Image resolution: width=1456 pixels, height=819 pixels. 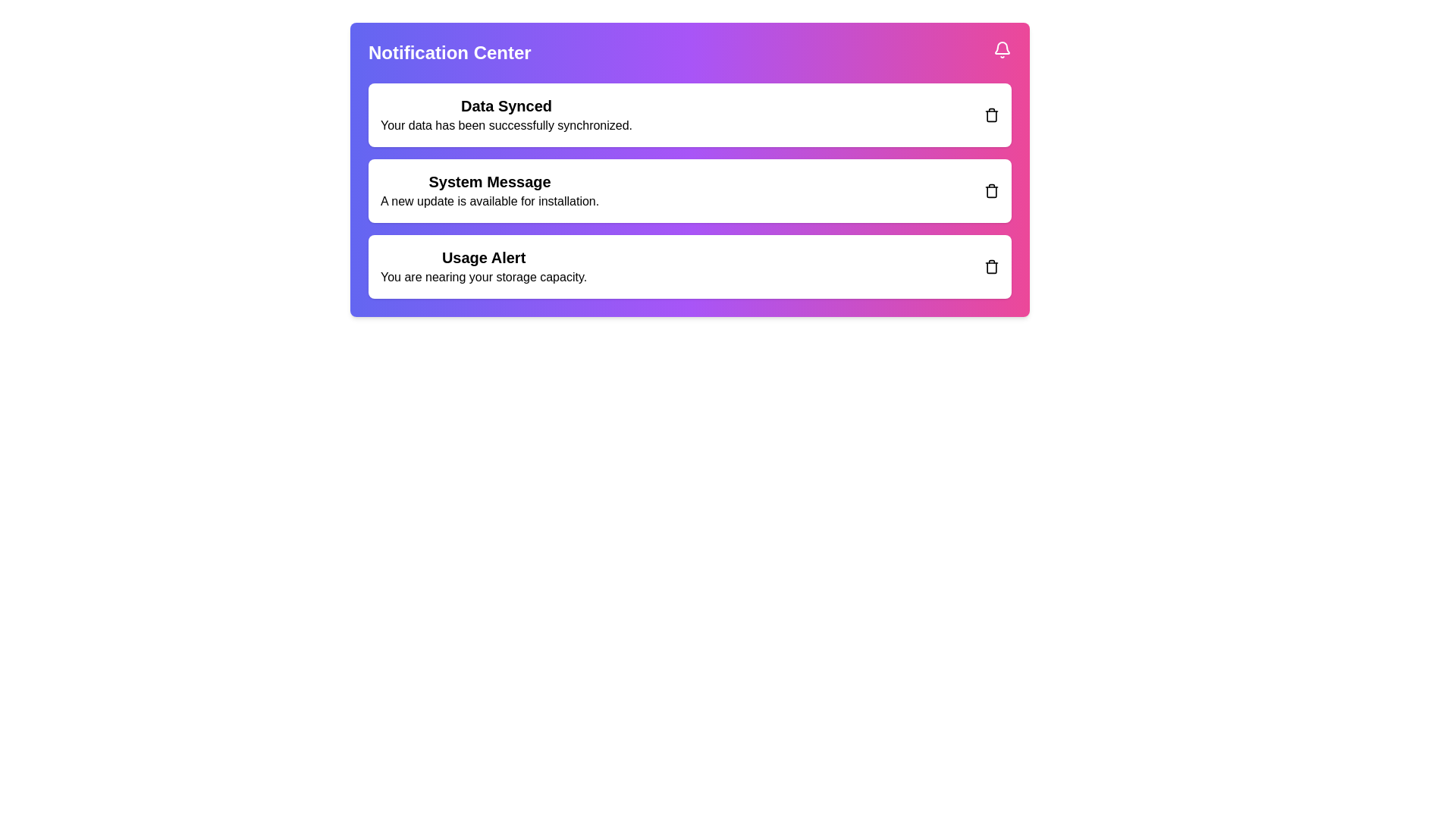 I want to click on the trash can icon, which signifies a delete action for the 'System Message' notification in the notification interface, so click(x=992, y=191).